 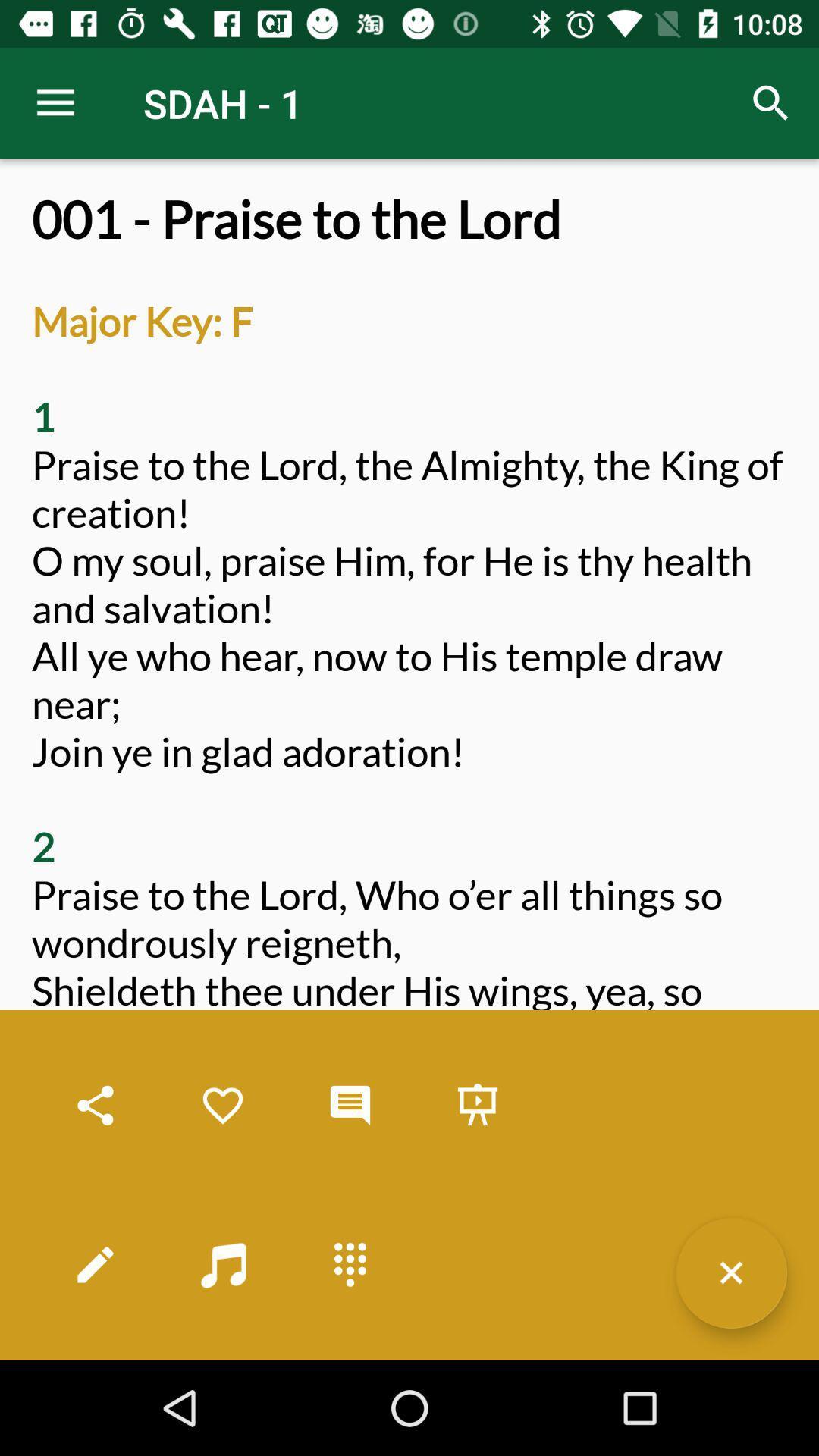 What do you see at coordinates (409, 775) in the screenshot?
I see `001 praise to` at bounding box center [409, 775].